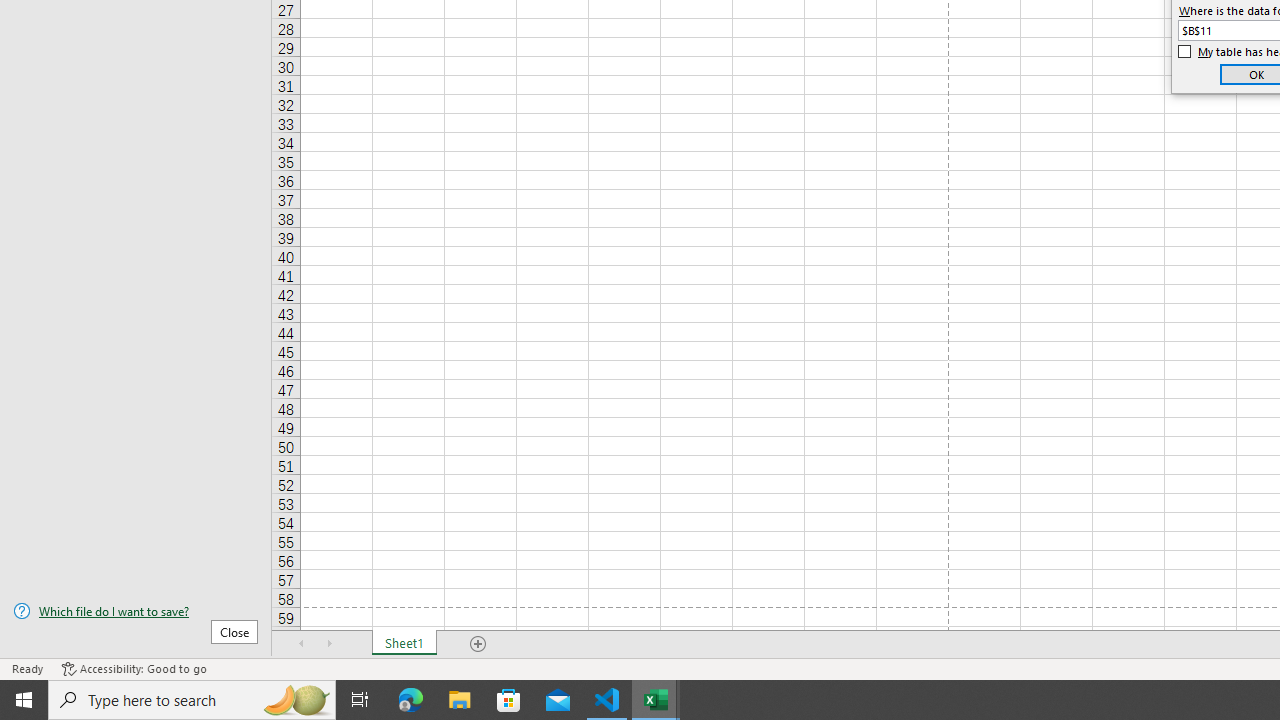  What do you see at coordinates (403, 644) in the screenshot?
I see `'Sheet1'` at bounding box center [403, 644].